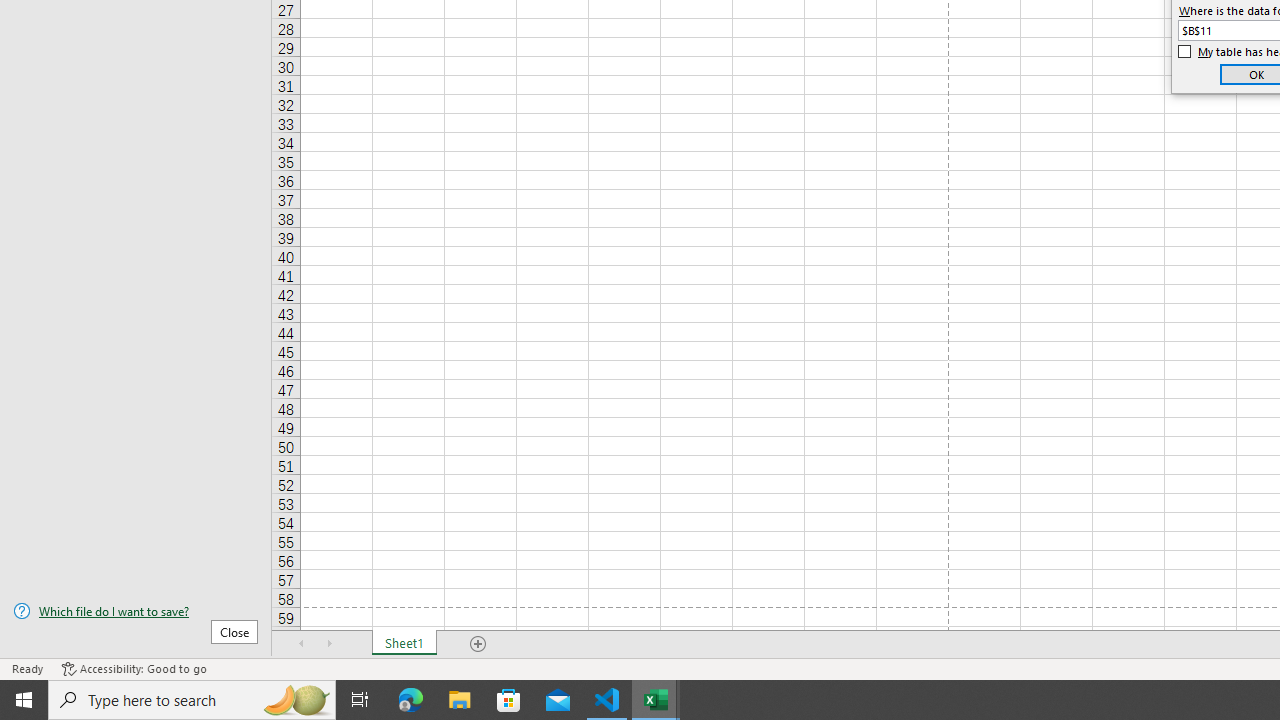  What do you see at coordinates (403, 644) in the screenshot?
I see `'Sheet1'` at bounding box center [403, 644].